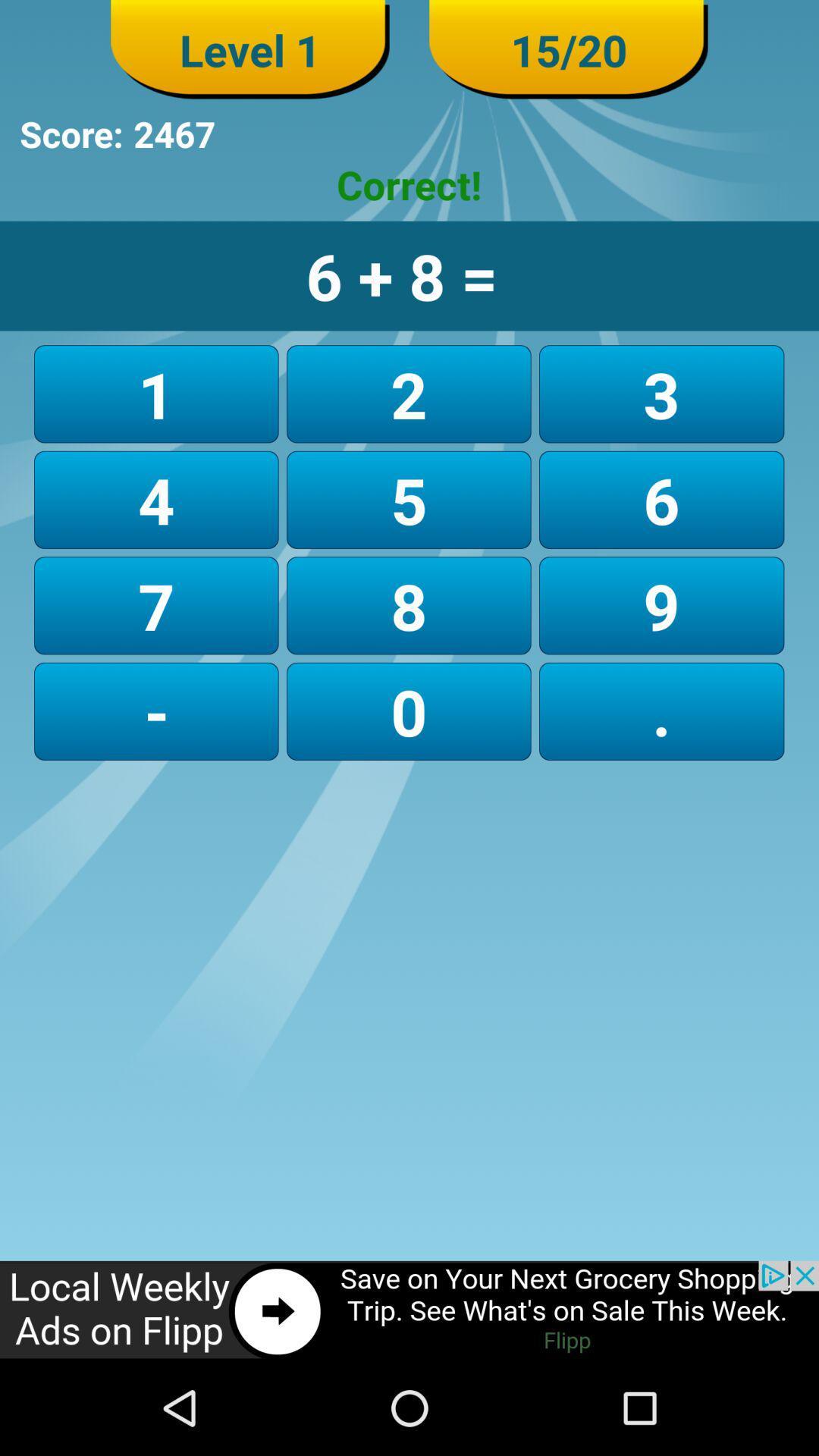 Image resolution: width=819 pixels, height=1456 pixels. Describe the element at coordinates (408, 604) in the screenshot. I see `the second number in the third row which is immediately above 0` at that location.